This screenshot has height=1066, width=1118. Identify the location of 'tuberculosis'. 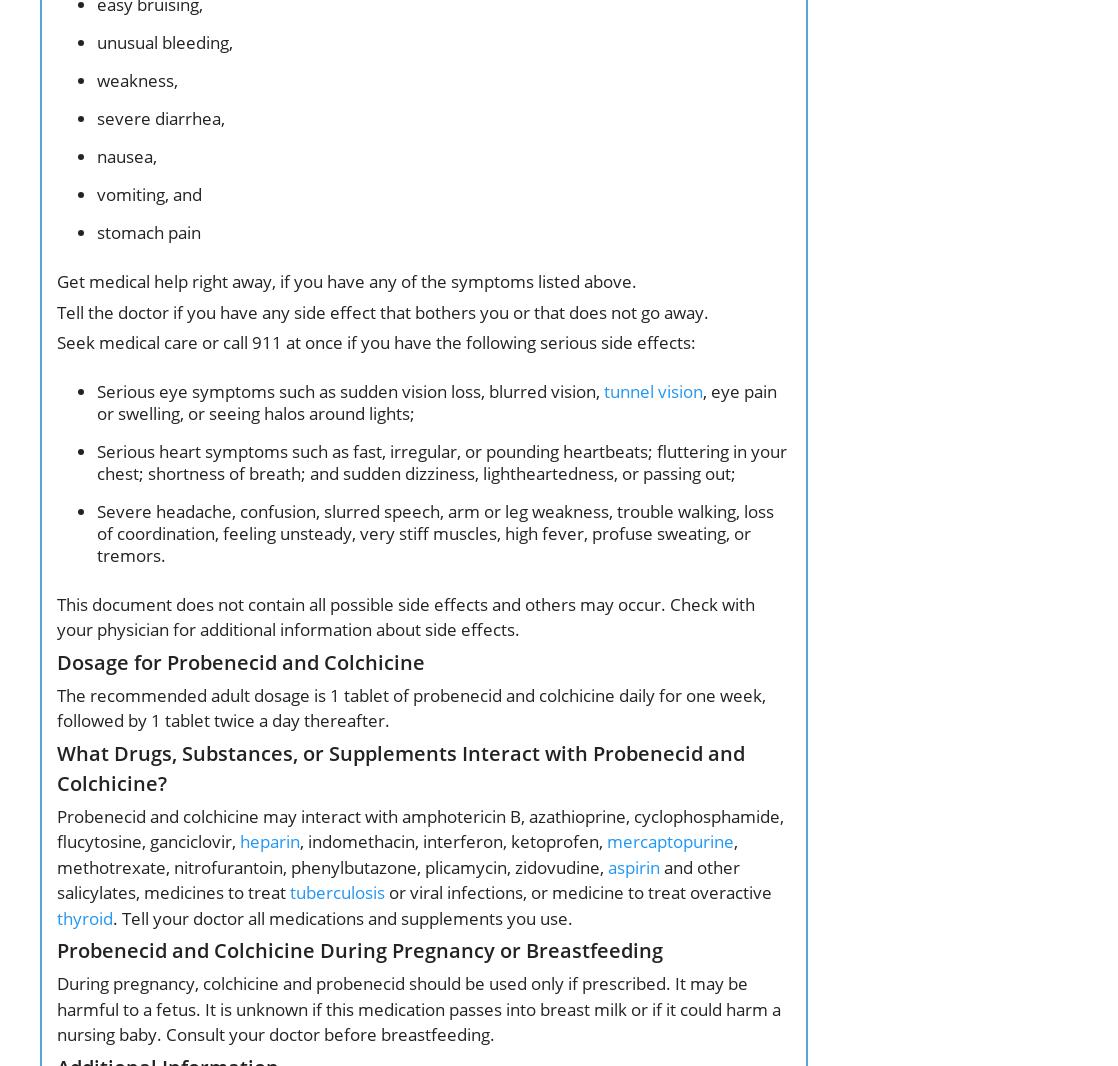
(336, 892).